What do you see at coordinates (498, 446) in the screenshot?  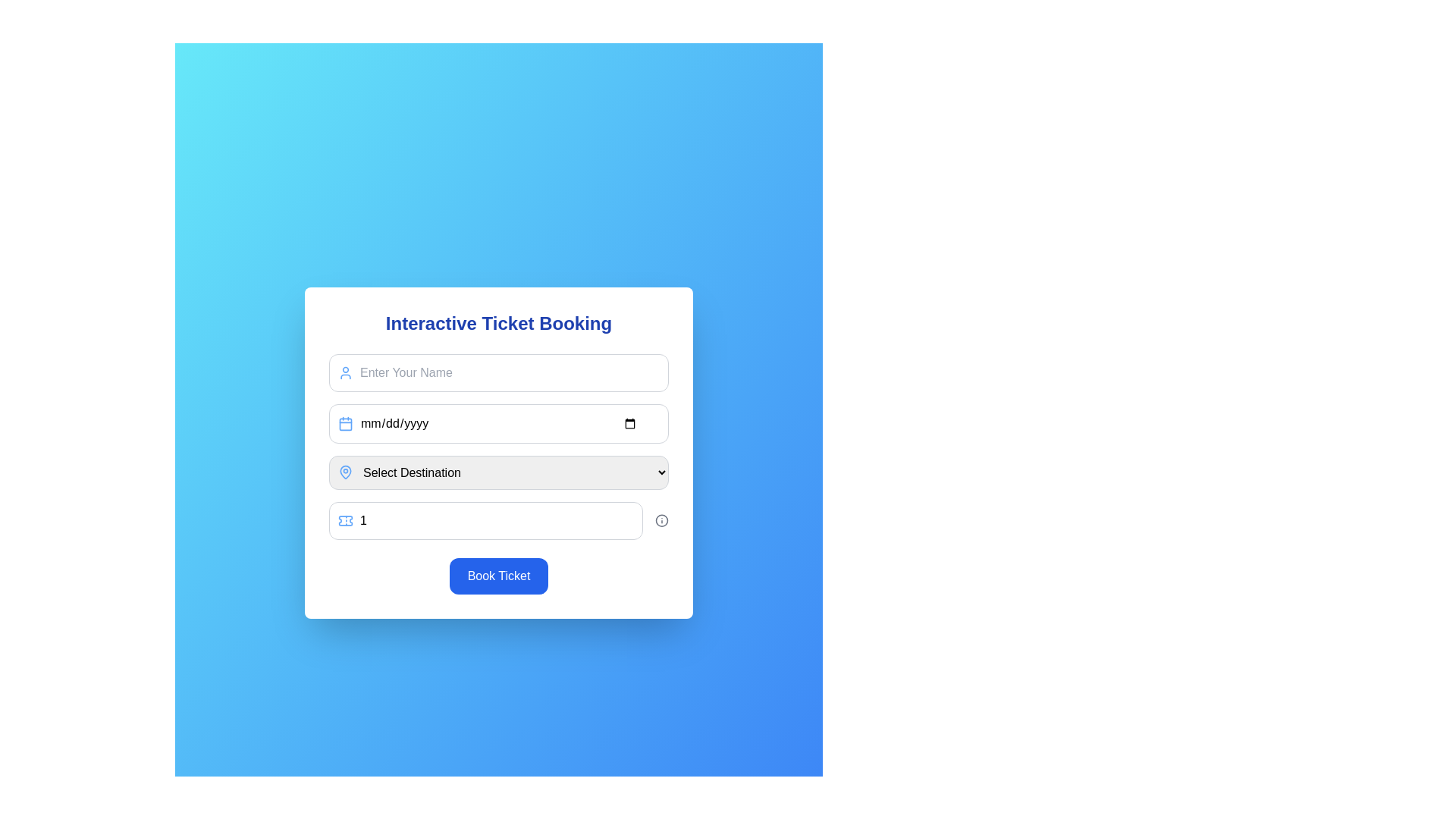 I see `the 'Select Destination' dropdown menu for keyboard interaction` at bounding box center [498, 446].